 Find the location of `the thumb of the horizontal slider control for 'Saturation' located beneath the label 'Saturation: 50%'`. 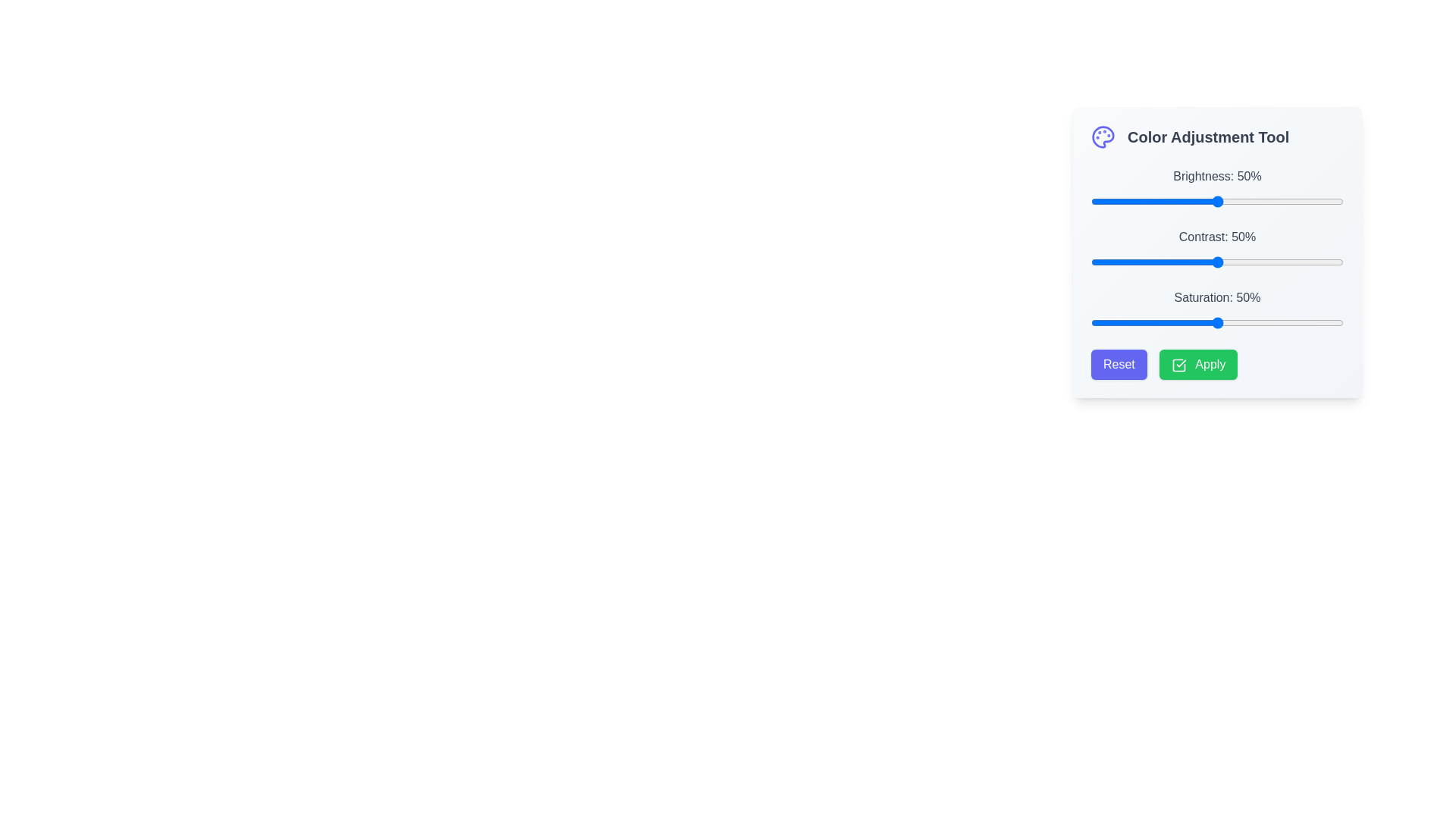

the thumb of the horizontal slider control for 'Saturation' located beneath the label 'Saturation: 50%' is located at coordinates (1217, 322).